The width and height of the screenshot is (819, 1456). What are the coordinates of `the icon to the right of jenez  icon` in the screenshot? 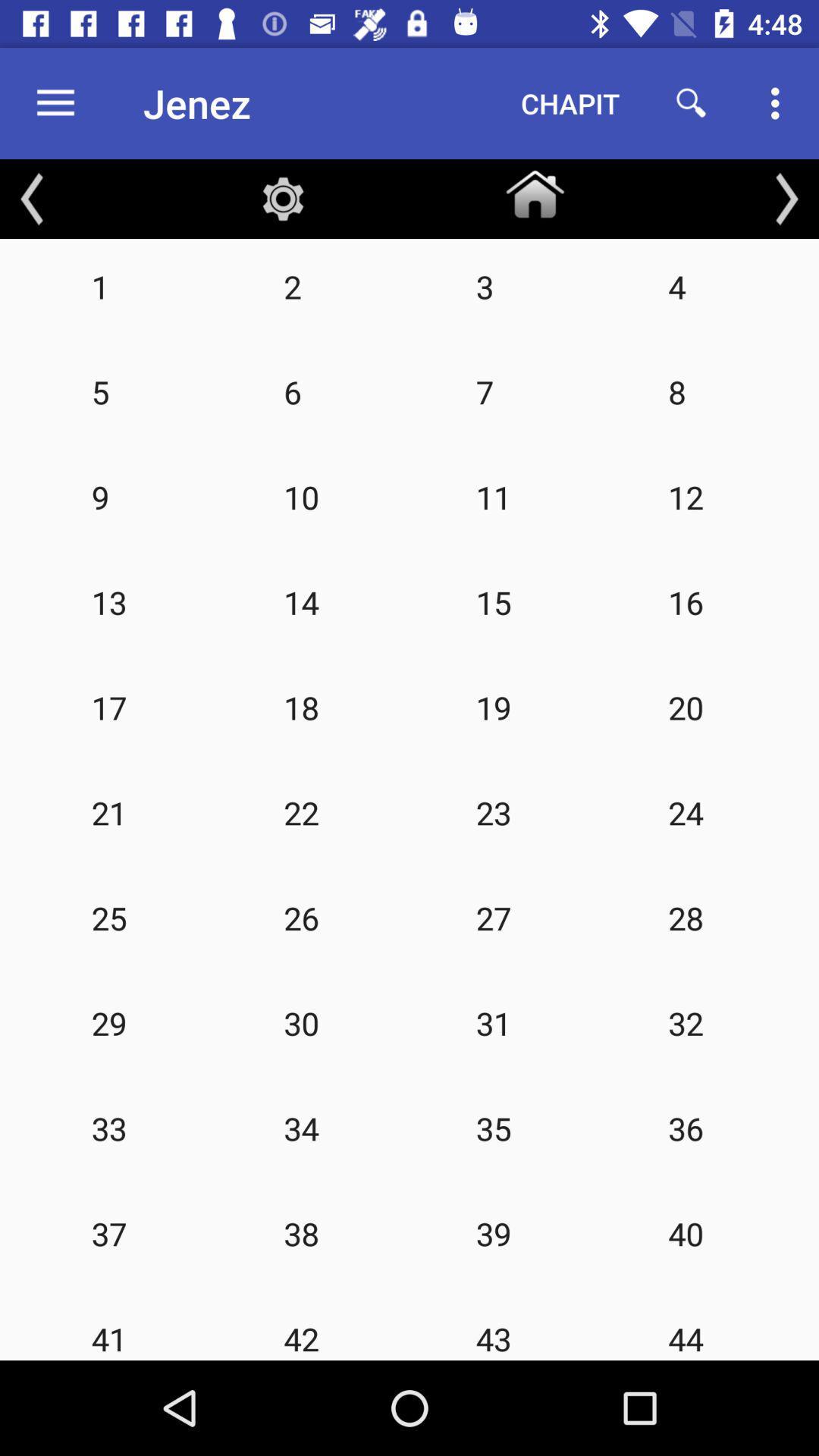 It's located at (570, 102).